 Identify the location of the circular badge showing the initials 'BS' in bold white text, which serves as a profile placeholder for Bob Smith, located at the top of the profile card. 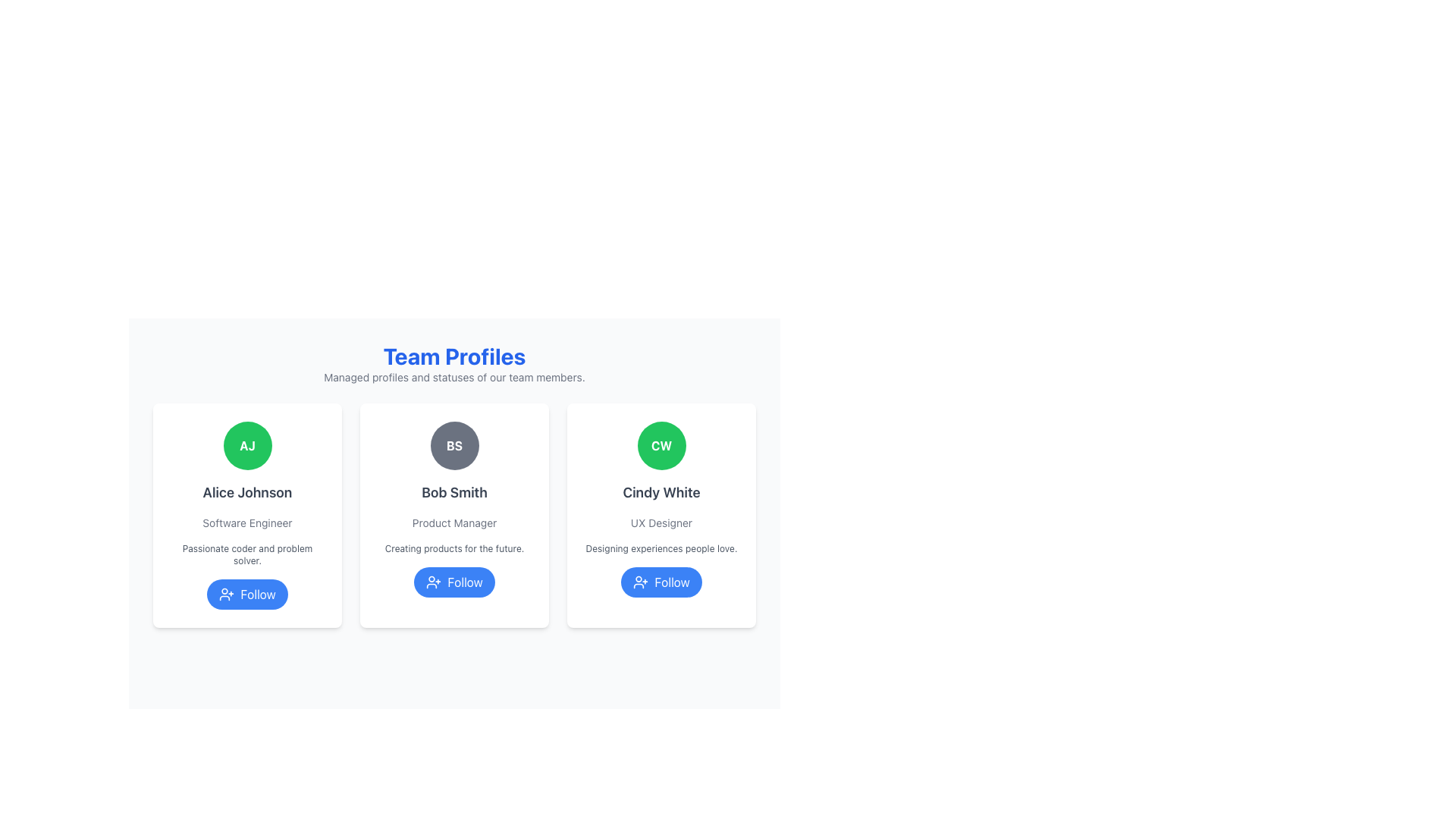
(453, 444).